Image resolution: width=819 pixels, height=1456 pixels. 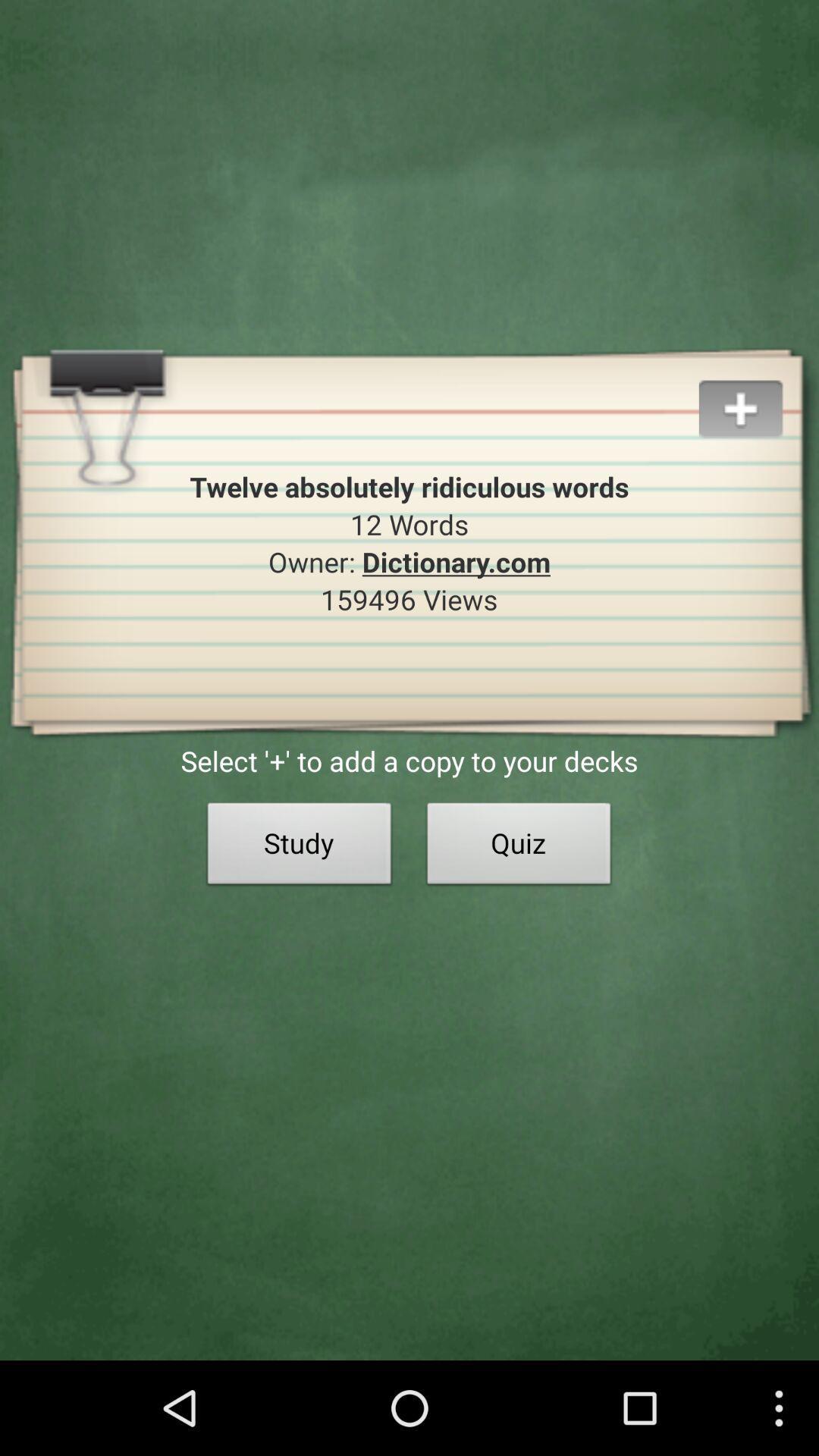 I want to click on card, so click(x=758, y=391).